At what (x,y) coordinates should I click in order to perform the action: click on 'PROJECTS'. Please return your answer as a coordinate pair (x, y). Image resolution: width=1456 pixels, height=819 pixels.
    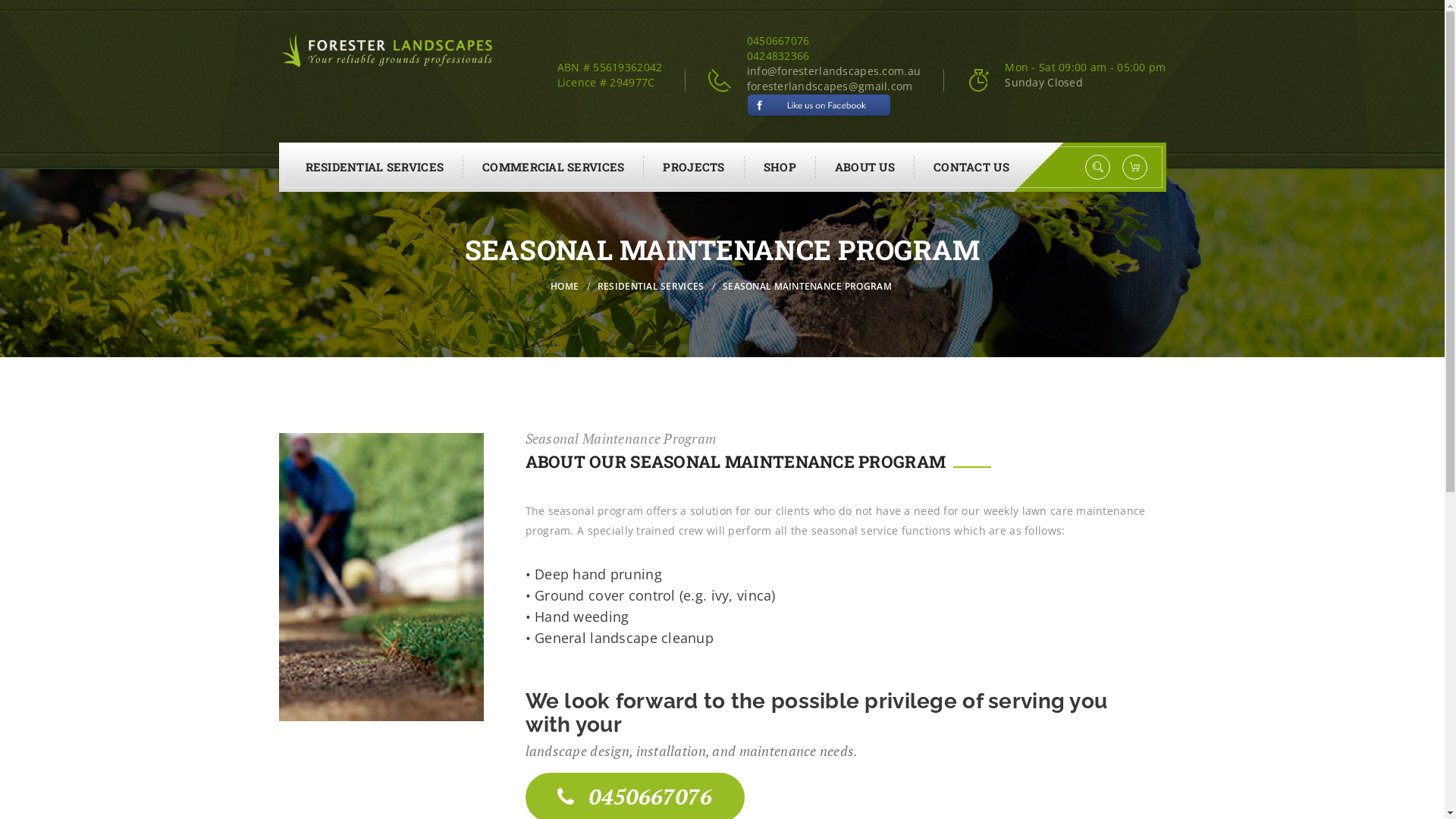
    Looking at the image, I should click on (644, 167).